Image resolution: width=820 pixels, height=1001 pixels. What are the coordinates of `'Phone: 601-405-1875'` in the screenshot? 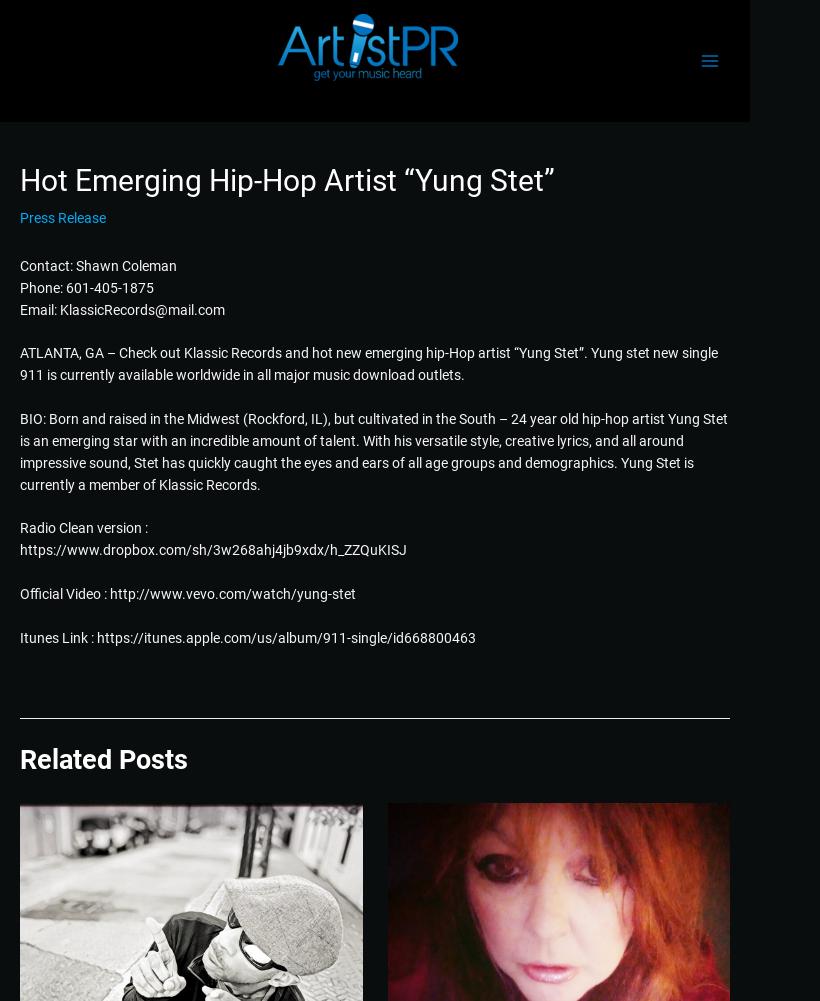 It's located at (87, 286).